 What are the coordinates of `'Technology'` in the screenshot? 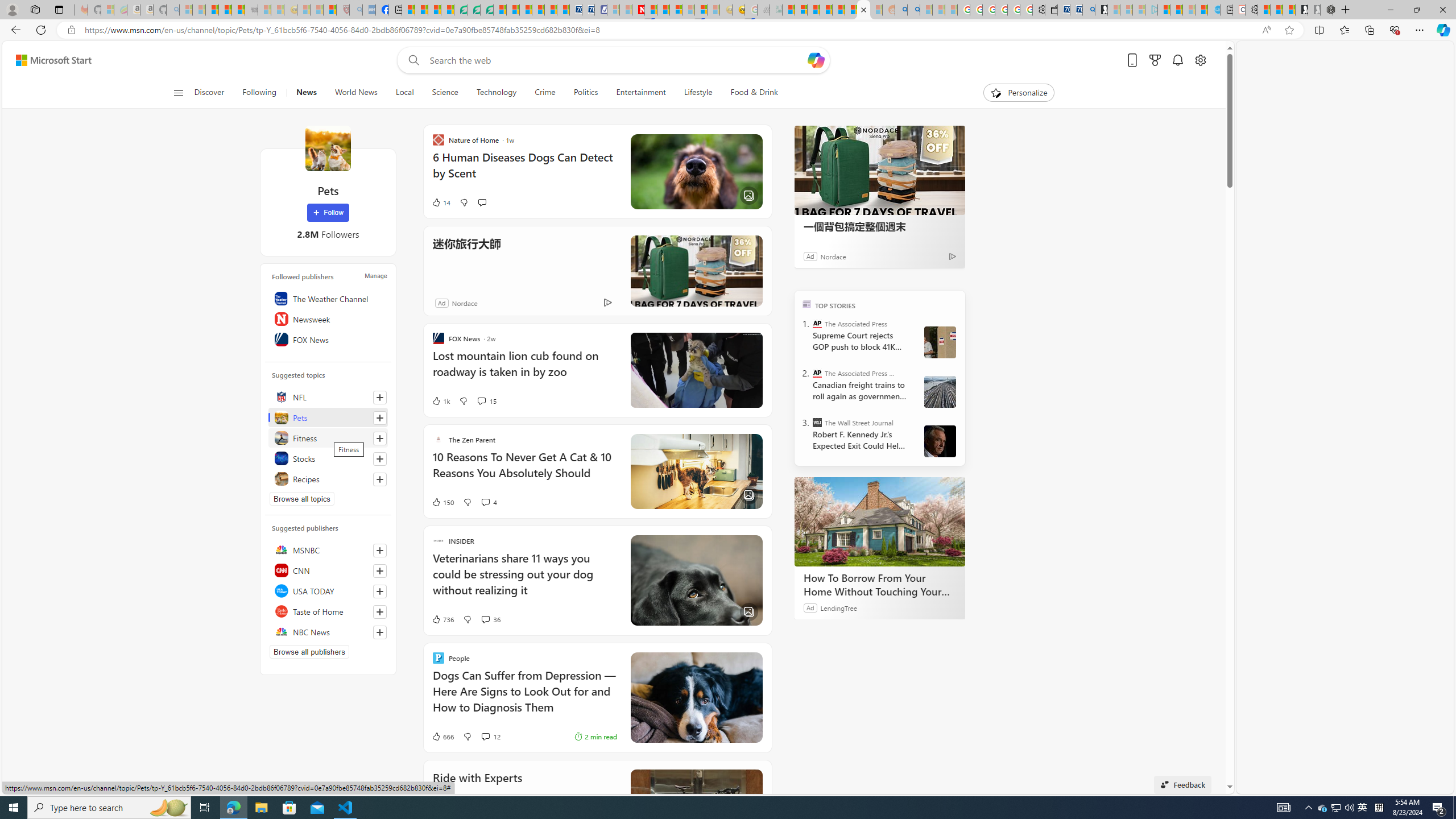 It's located at (496, 92).